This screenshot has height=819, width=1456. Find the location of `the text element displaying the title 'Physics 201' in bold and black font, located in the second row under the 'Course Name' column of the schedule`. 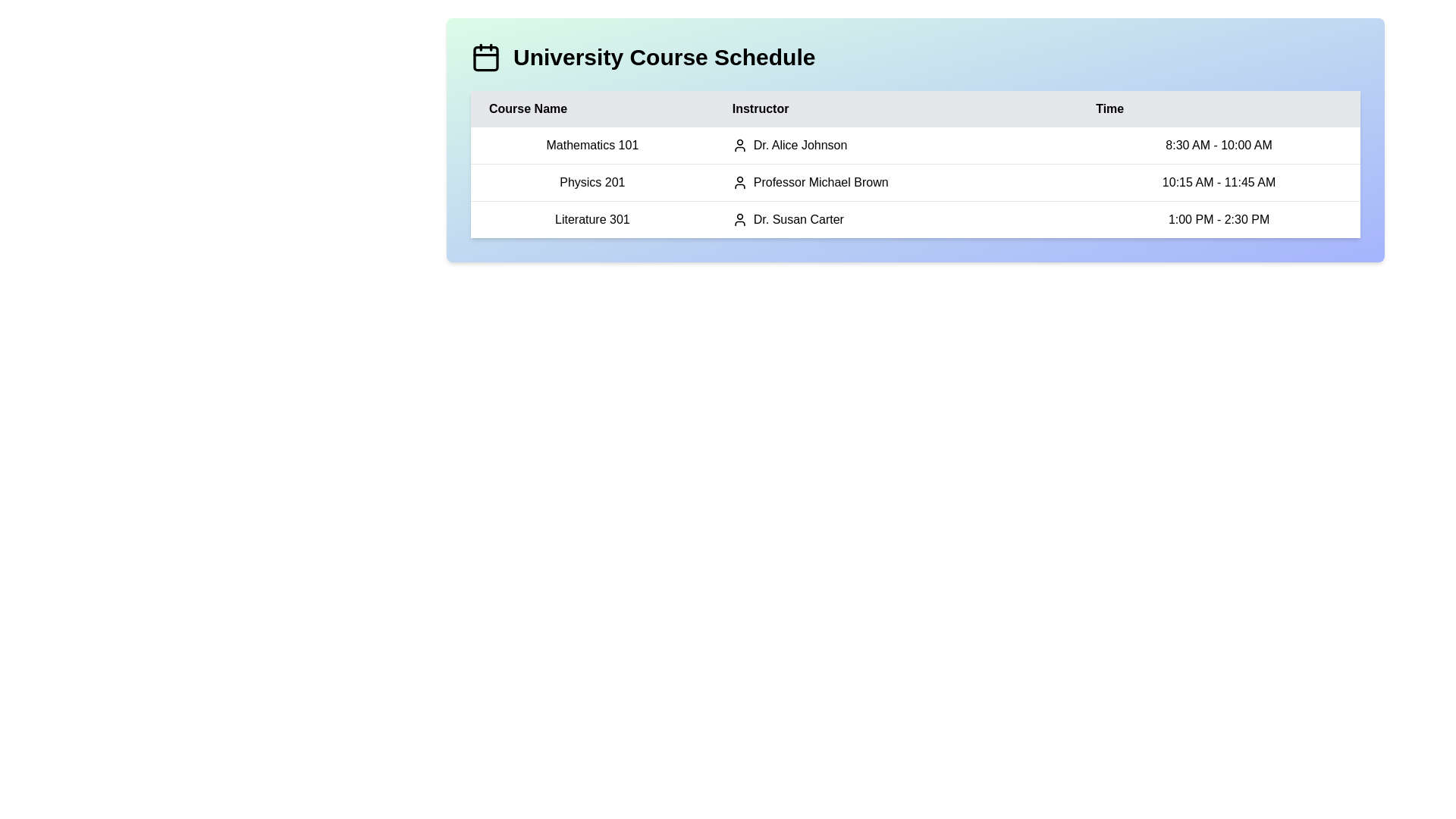

the text element displaying the title 'Physics 201' in bold and black font, located in the second row under the 'Course Name' column of the schedule is located at coordinates (591, 181).